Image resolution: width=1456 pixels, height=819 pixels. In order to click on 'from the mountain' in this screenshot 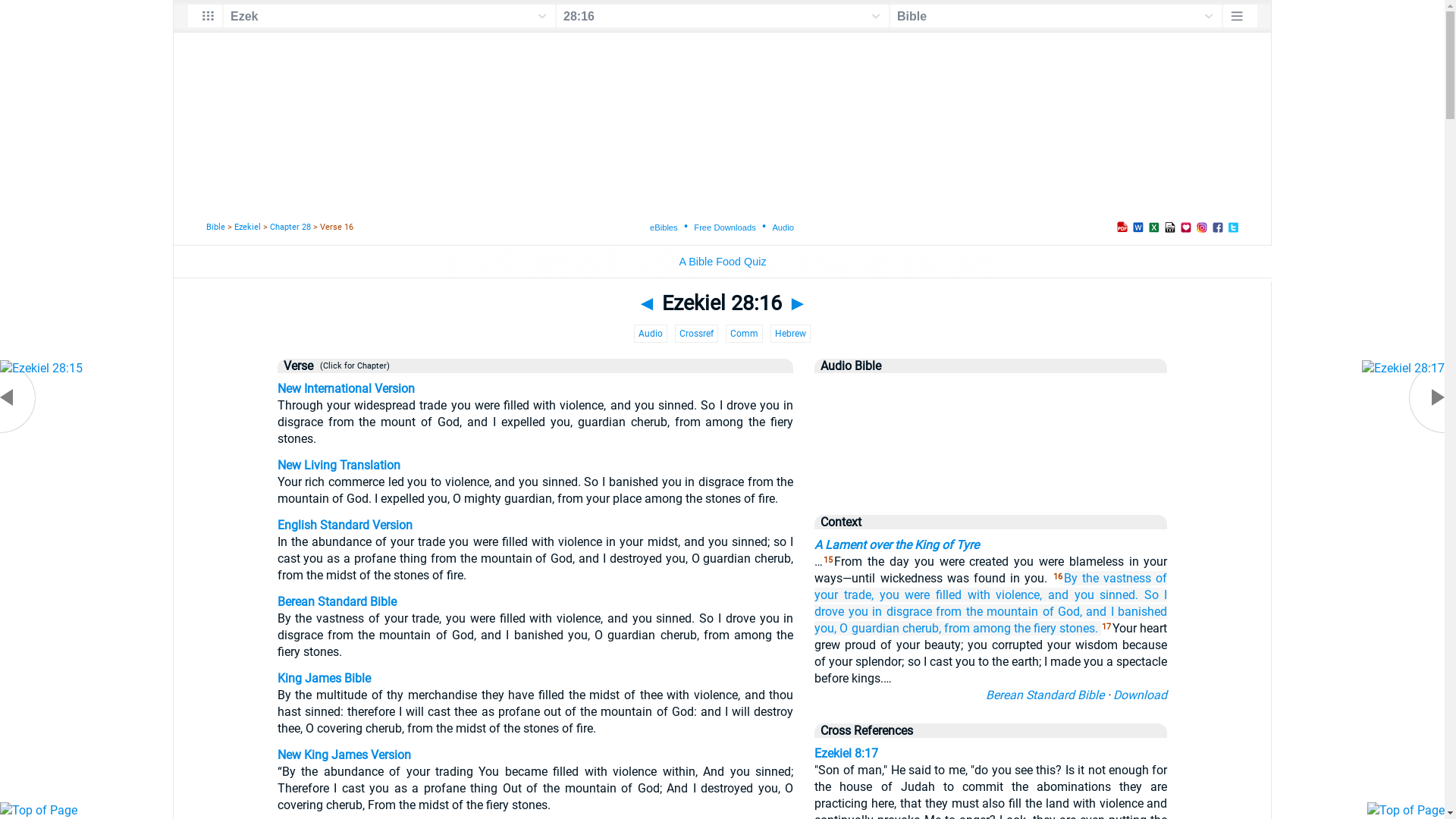, I will do `click(987, 610)`.